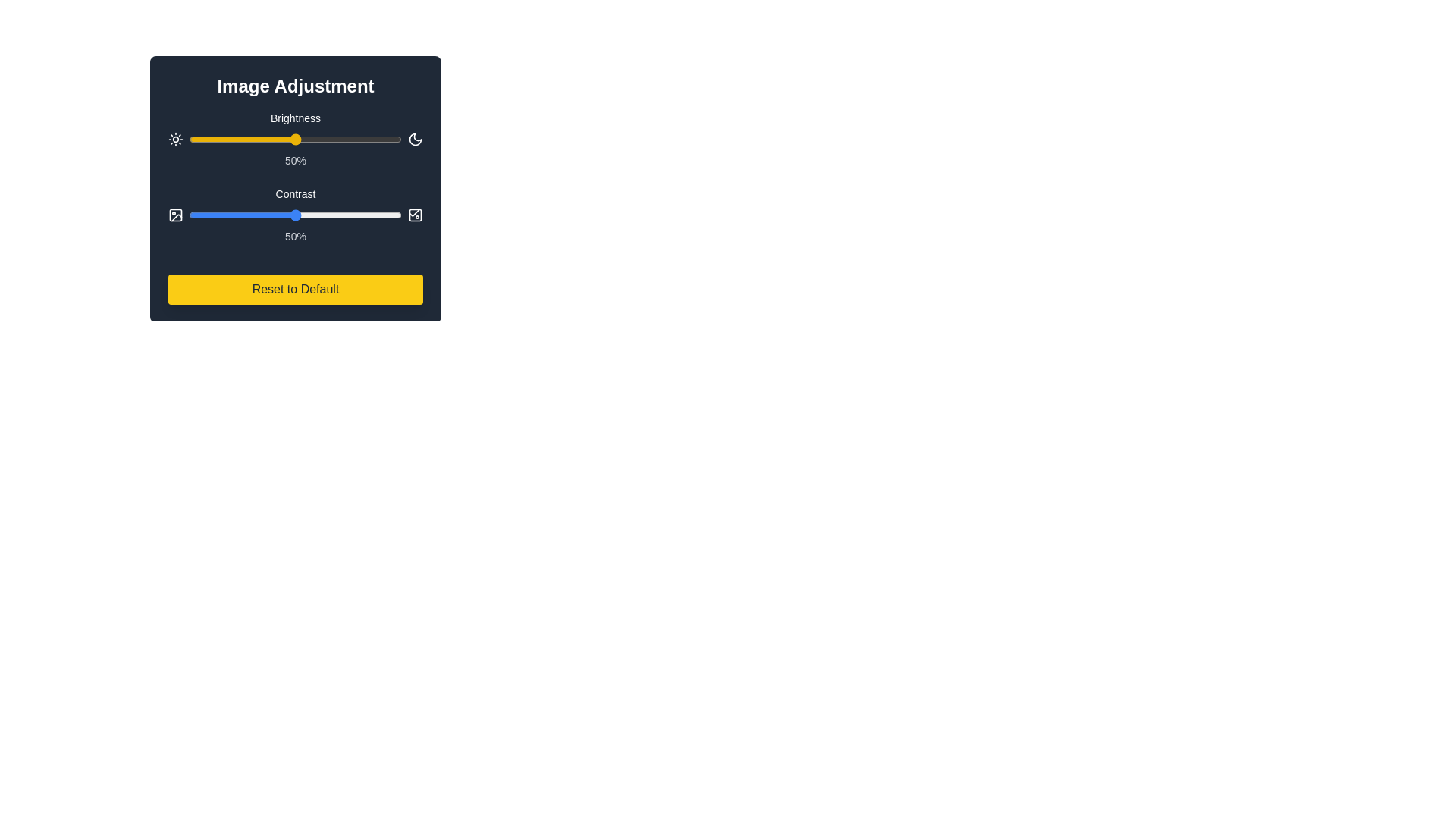 The width and height of the screenshot is (1456, 819). Describe the element at coordinates (295, 237) in the screenshot. I see `value displayed in the static text label showing '50%' located below the 'Contrast' slider control` at that location.